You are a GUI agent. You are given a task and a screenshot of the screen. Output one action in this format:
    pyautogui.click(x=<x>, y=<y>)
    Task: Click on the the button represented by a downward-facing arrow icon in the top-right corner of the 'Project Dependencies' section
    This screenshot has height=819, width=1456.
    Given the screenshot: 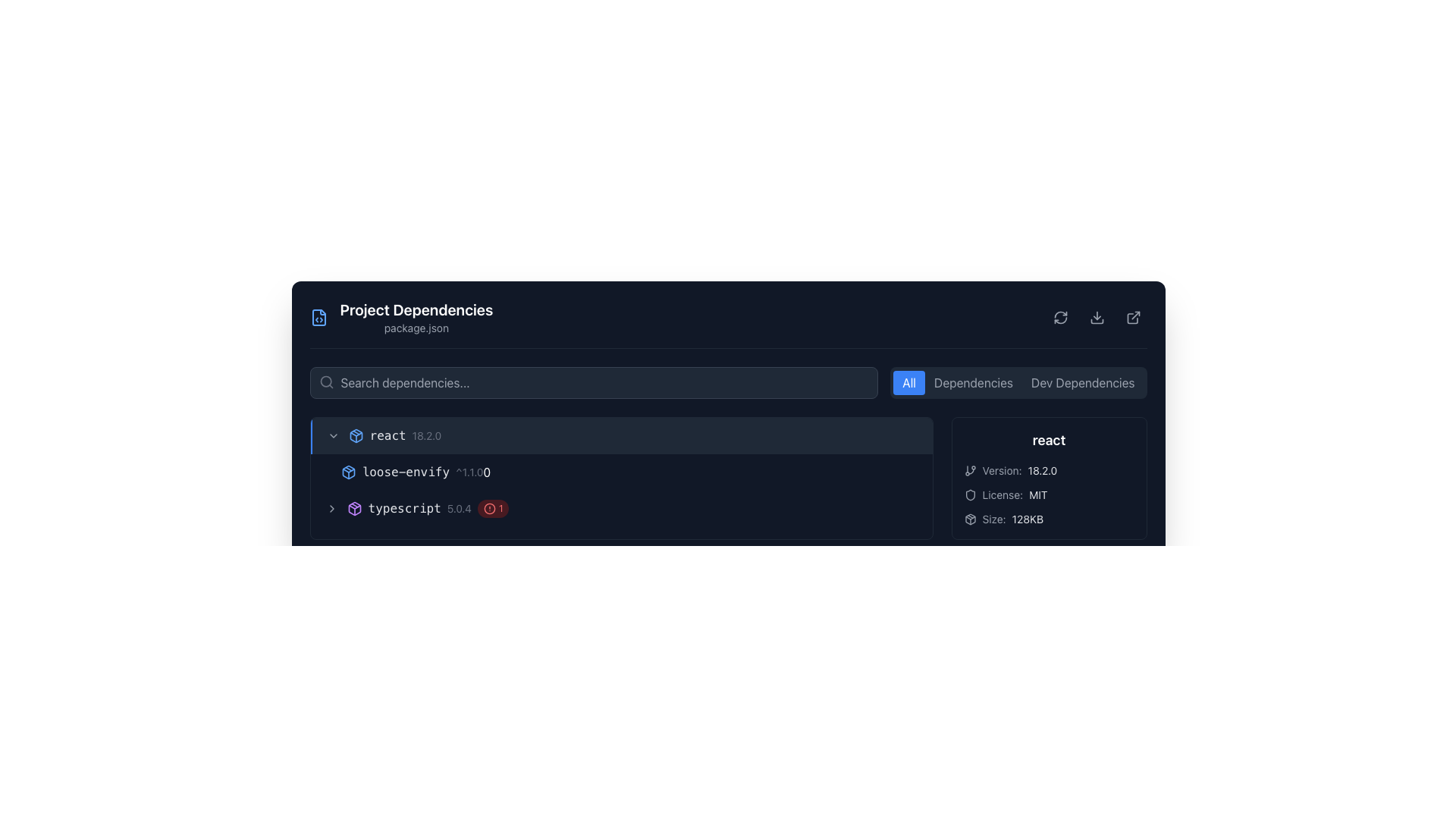 What is the action you would take?
    pyautogui.click(x=1097, y=317)
    